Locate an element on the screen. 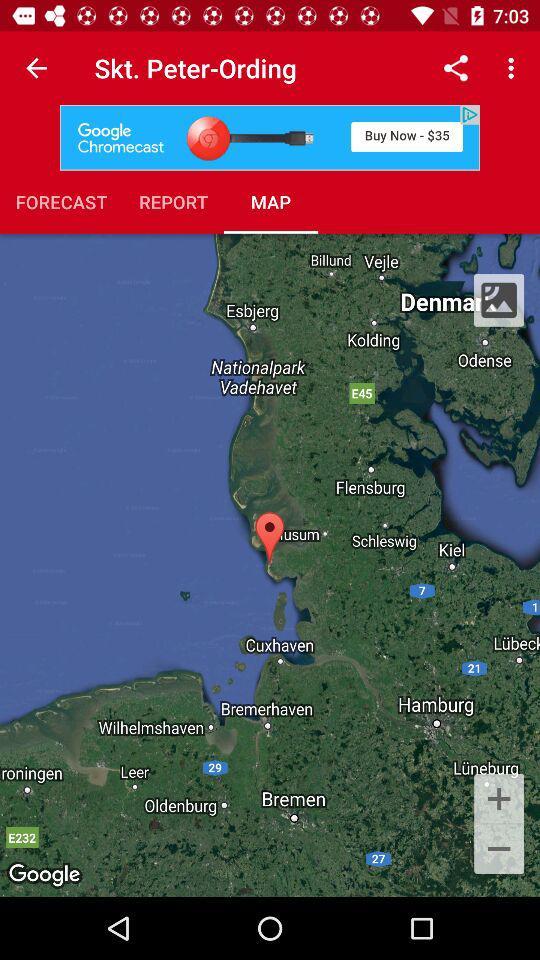 This screenshot has height=960, width=540. the icon below the forecast item is located at coordinates (270, 565).